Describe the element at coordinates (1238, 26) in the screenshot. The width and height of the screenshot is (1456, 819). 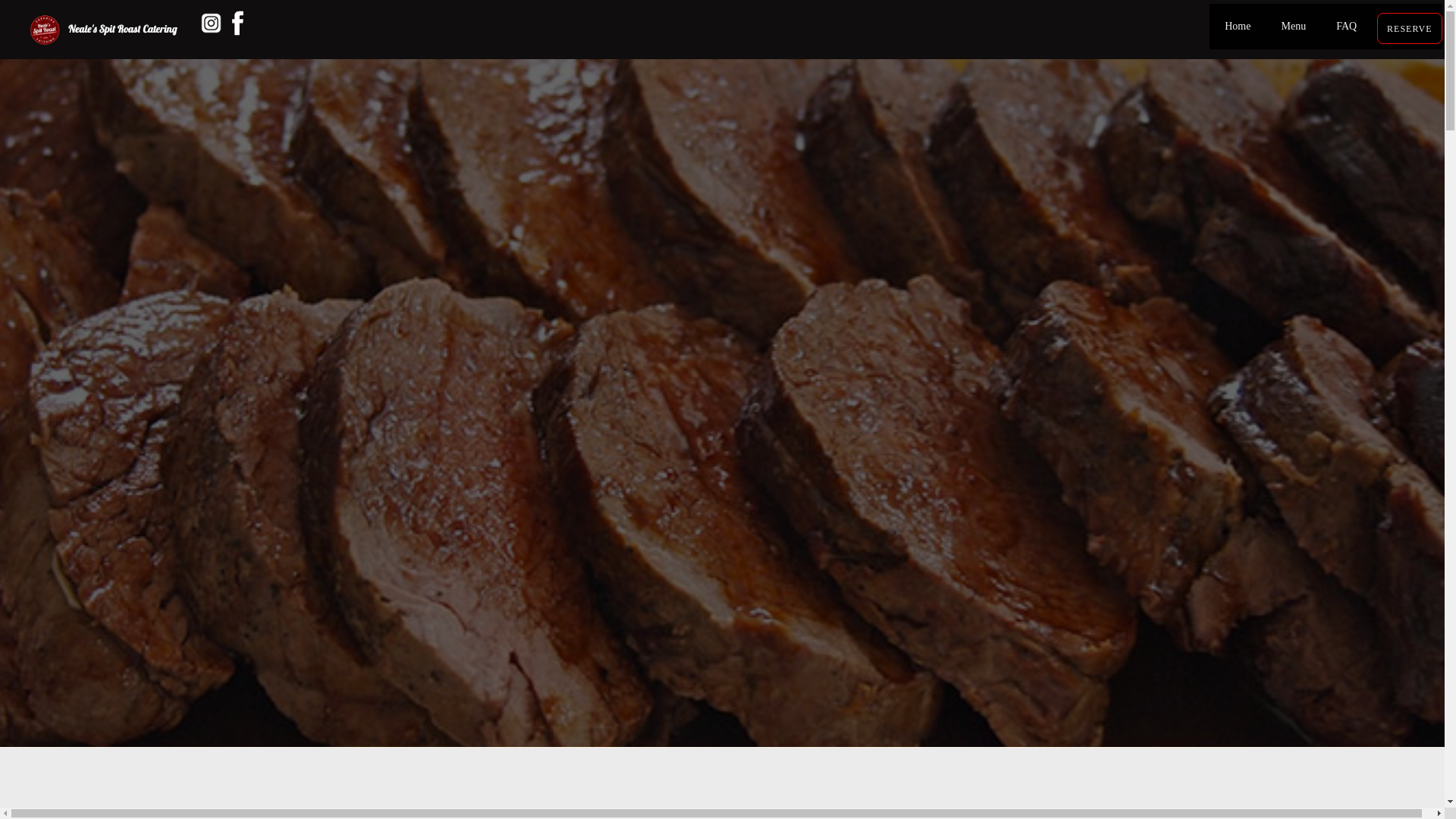
I see `'Home'` at that location.